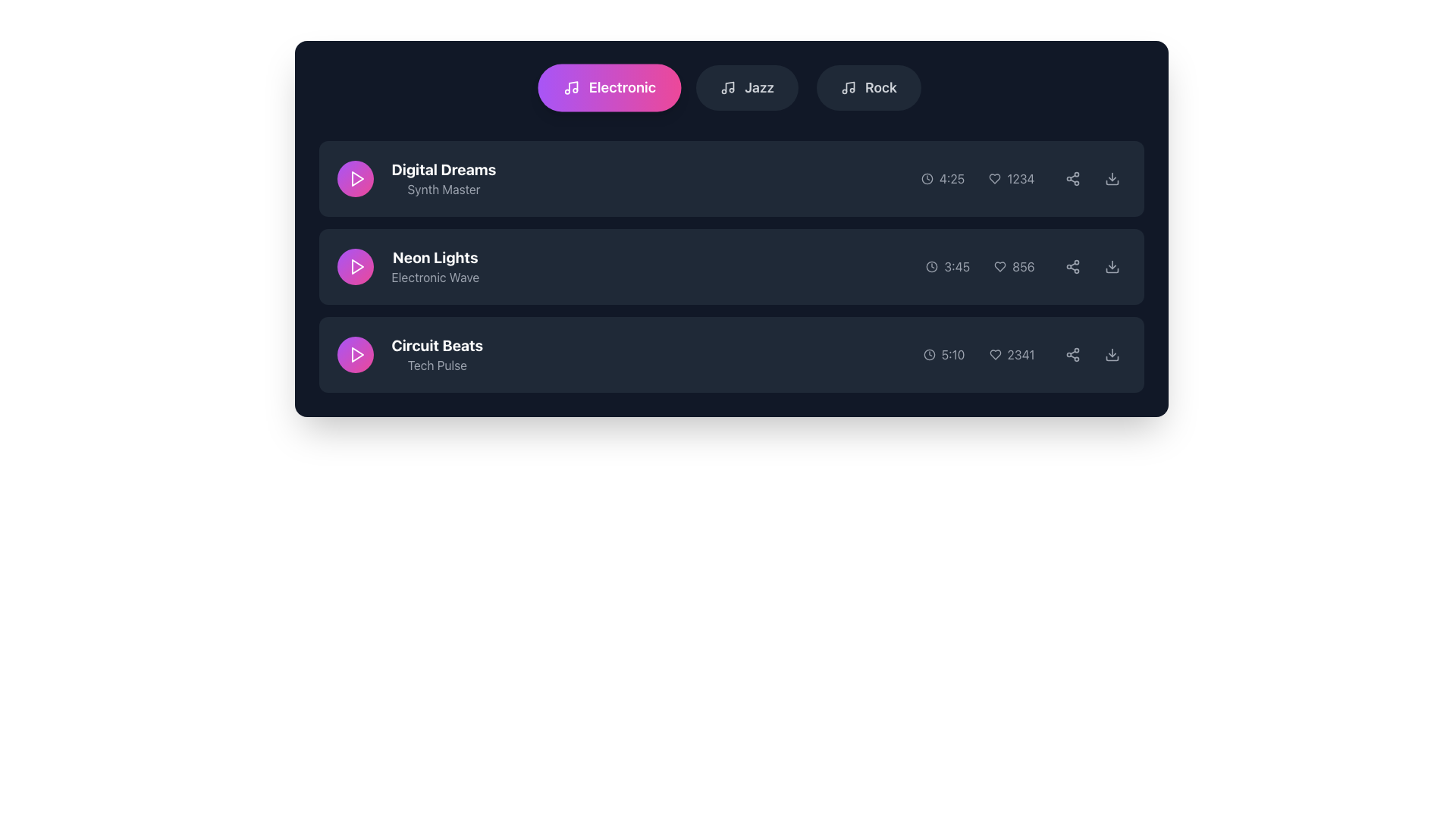  I want to click on the minimalistic music note icon located inside the 'Jazz' button in the top navigation bar, which is positioned to the left of the text 'Jazz.', so click(728, 87).